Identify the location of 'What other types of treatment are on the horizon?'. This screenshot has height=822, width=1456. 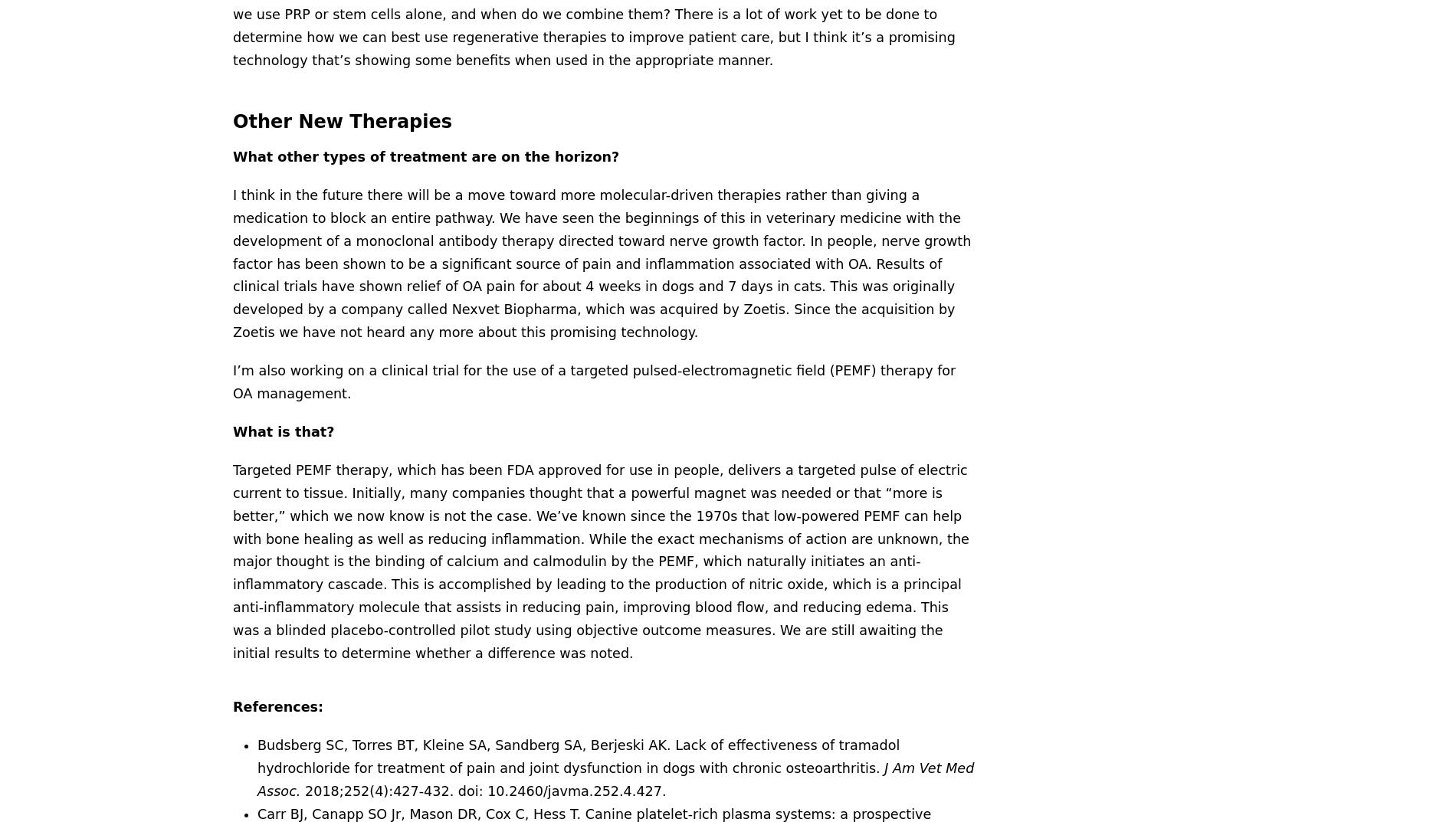
(425, 156).